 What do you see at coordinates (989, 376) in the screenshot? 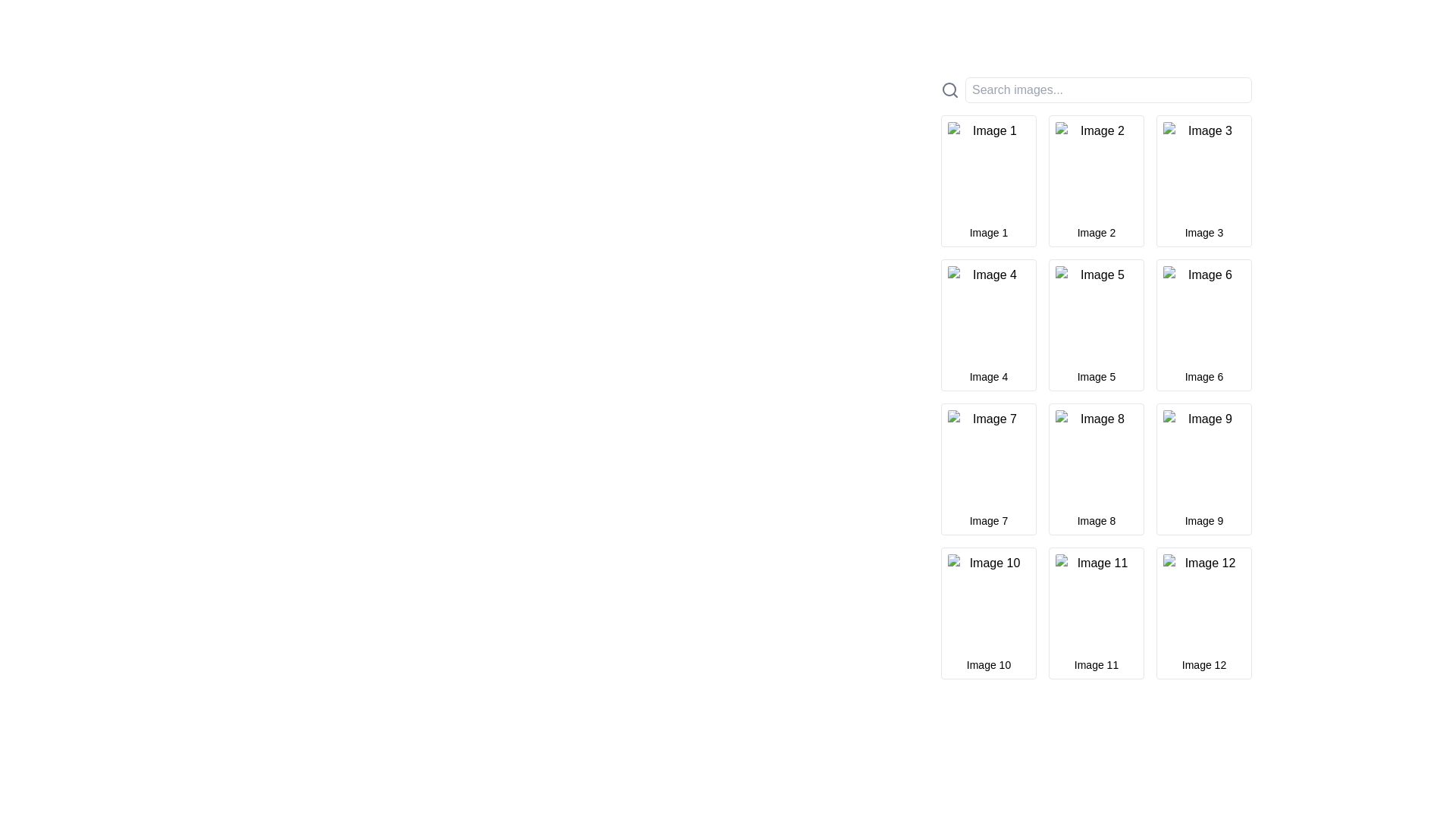
I see `the text label positioned below the fourth image in the second row of the grid layout, which provides identification or details about the image` at bounding box center [989, 376].